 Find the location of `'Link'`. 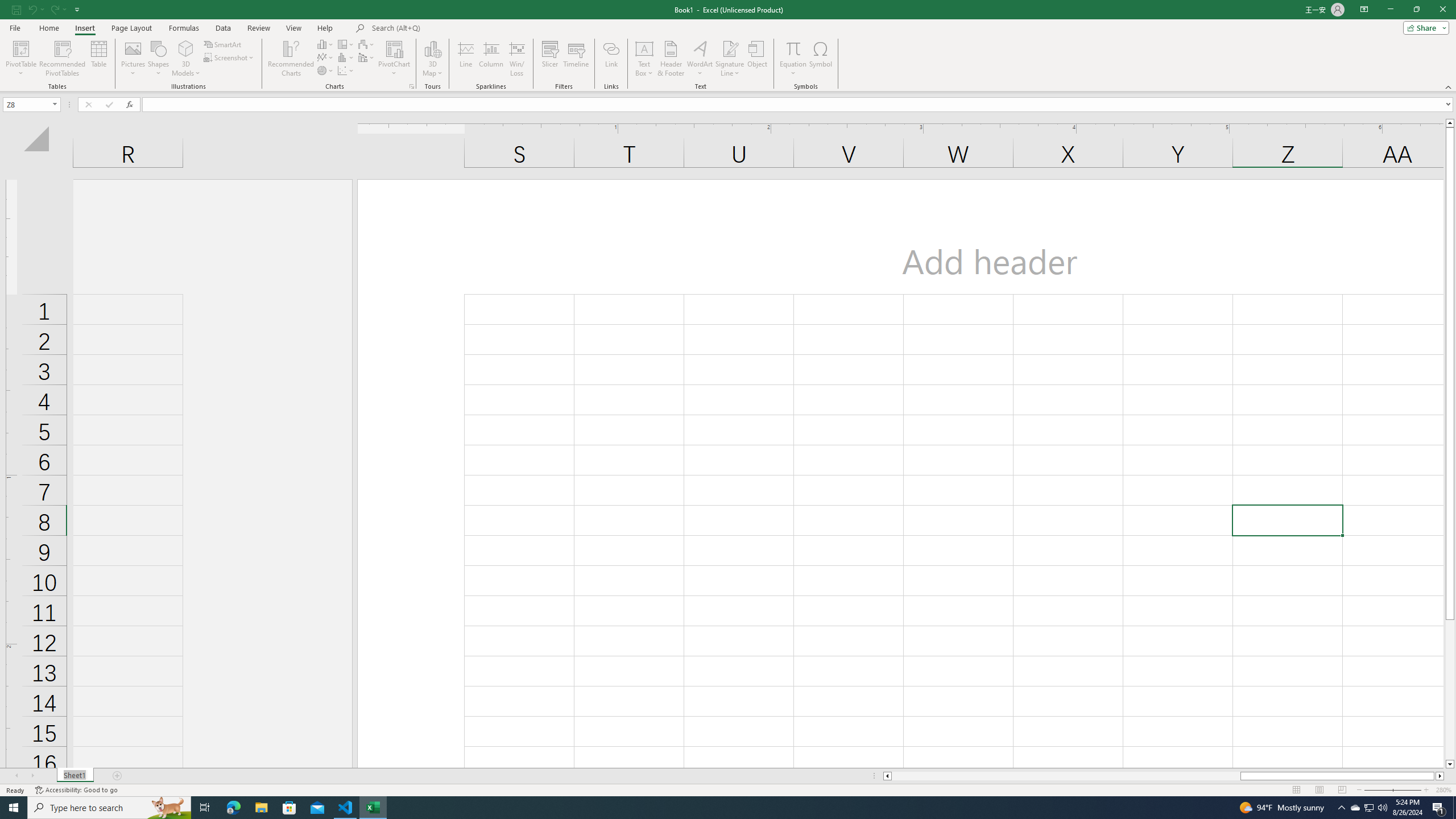

'Link' is located at coordinates (611, 59).